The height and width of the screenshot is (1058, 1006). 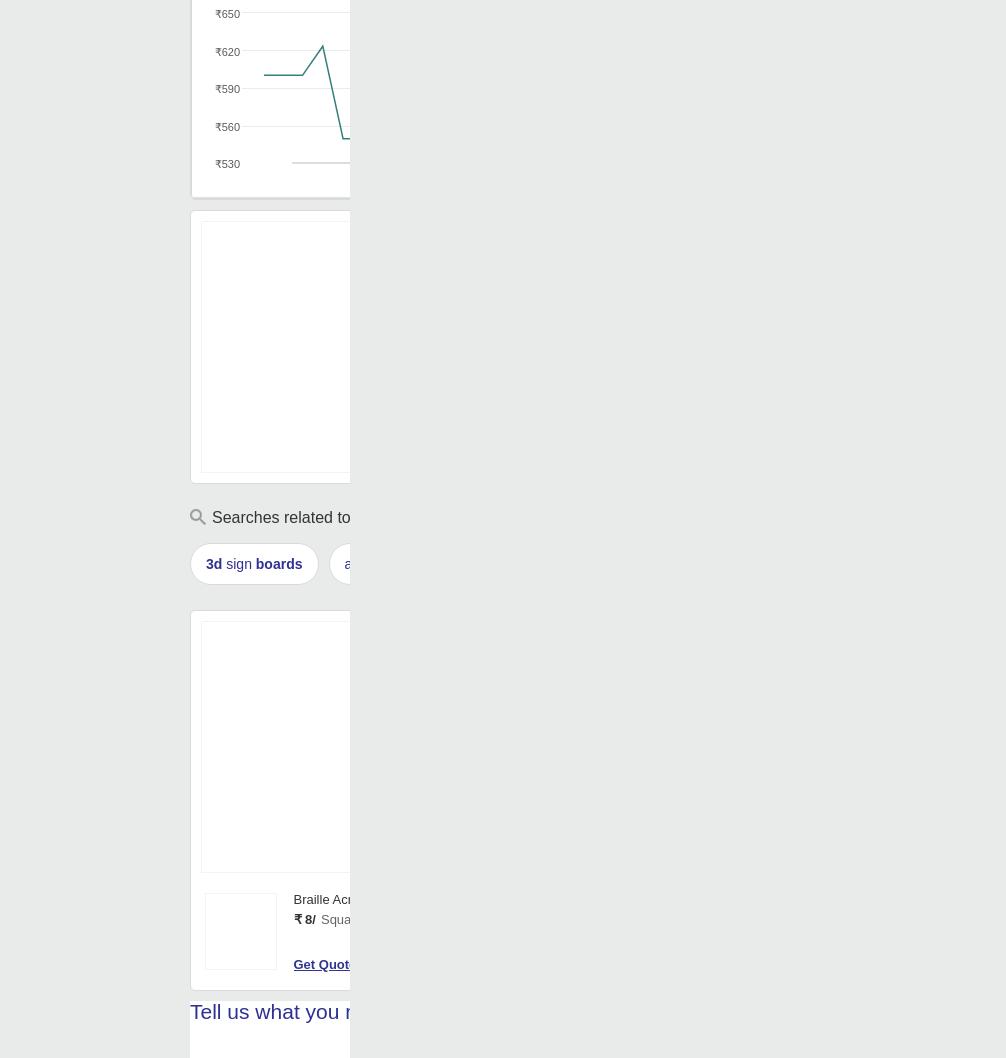 What do you see at coordinates (827, 177) in the screenshot?
I see `'Oct '23'` at bounding box center [827, 177].